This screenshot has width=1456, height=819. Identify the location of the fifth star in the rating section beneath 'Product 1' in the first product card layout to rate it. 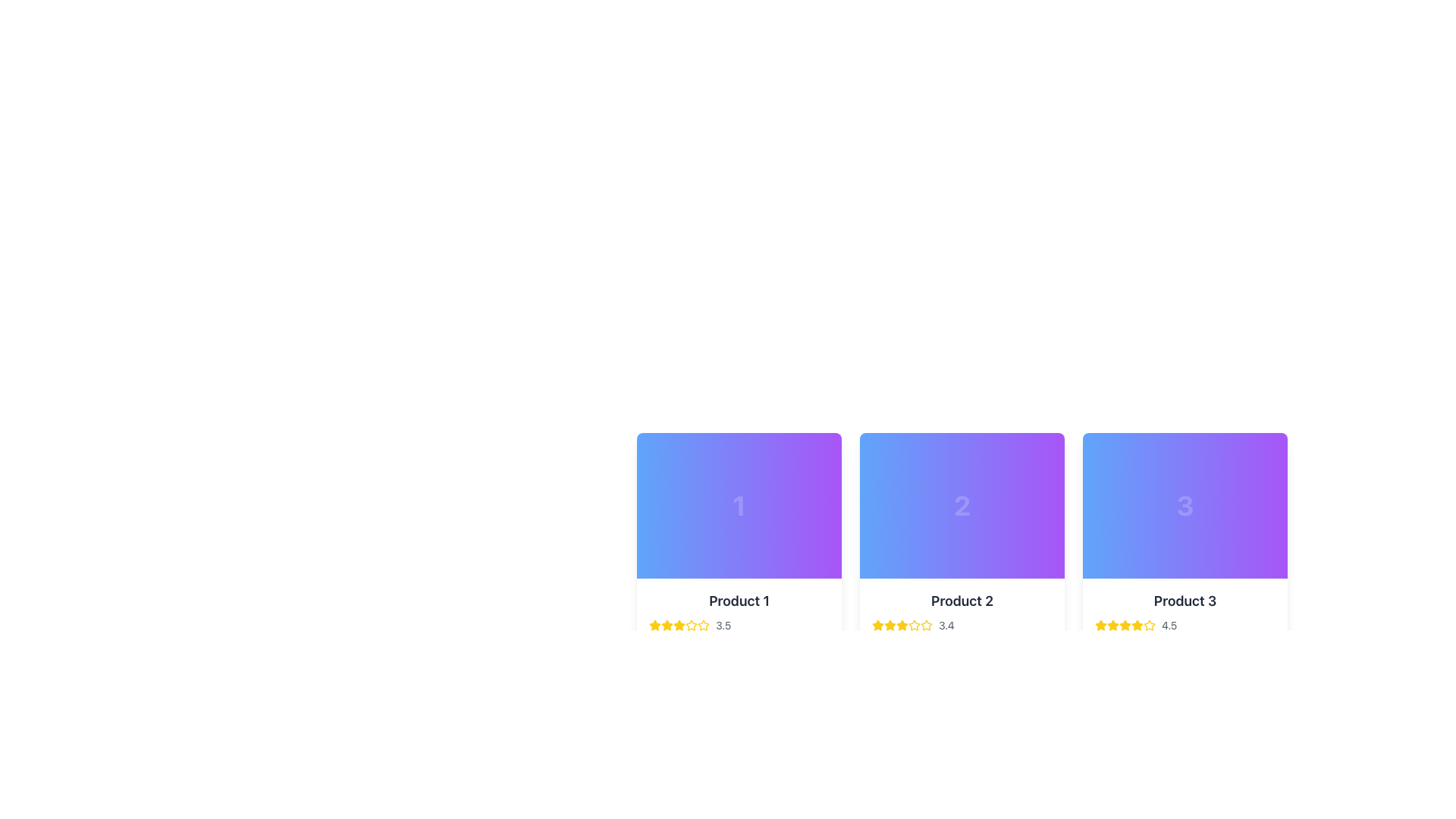
(691, 626).